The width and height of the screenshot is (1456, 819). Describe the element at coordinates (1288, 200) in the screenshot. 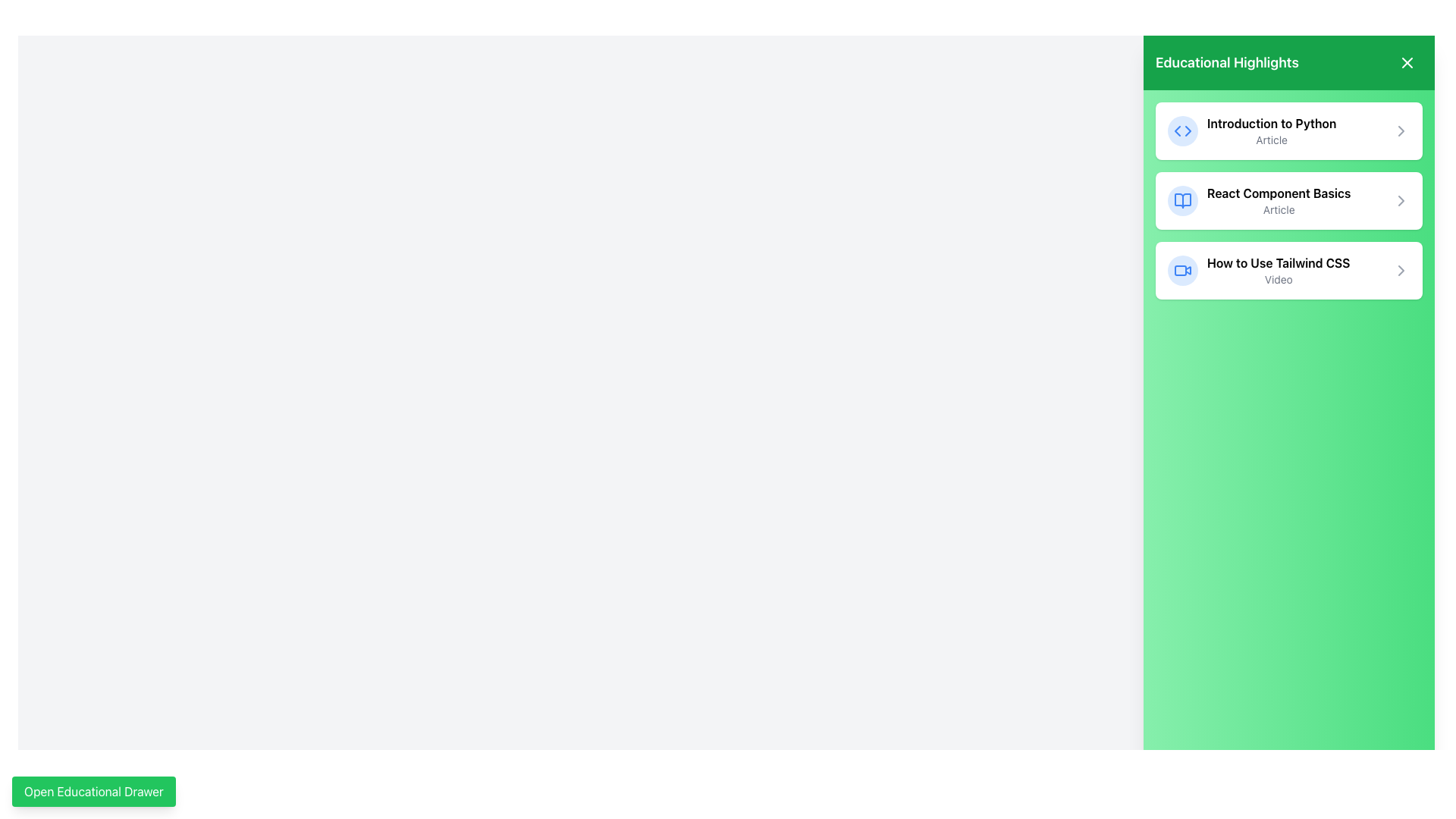

I see `the second card in the 'Educational Highlights' green panel` at that location.